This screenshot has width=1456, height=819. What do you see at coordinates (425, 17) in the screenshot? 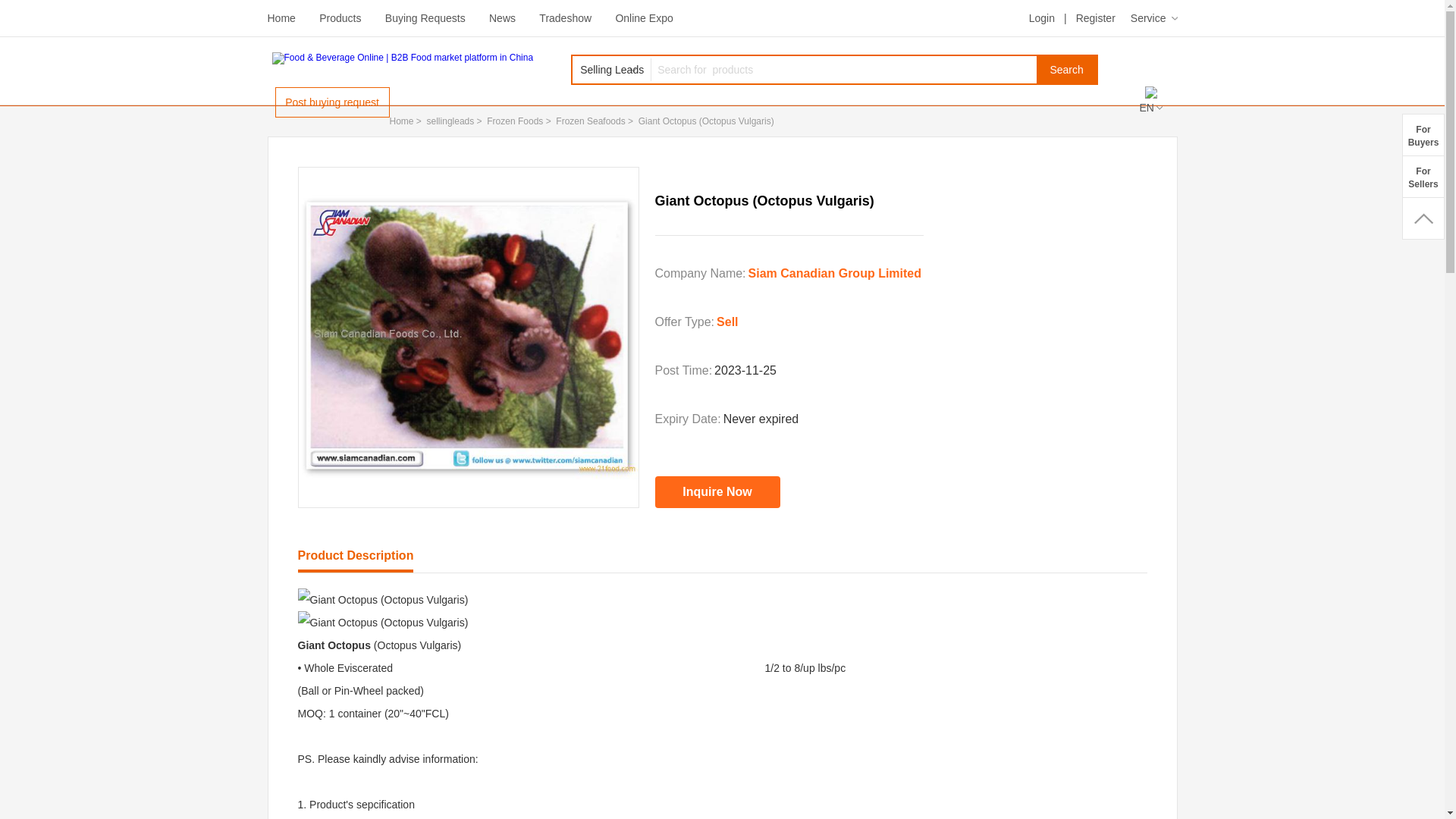
I see `'Buying Requests'` at bounding box center [425, 17].